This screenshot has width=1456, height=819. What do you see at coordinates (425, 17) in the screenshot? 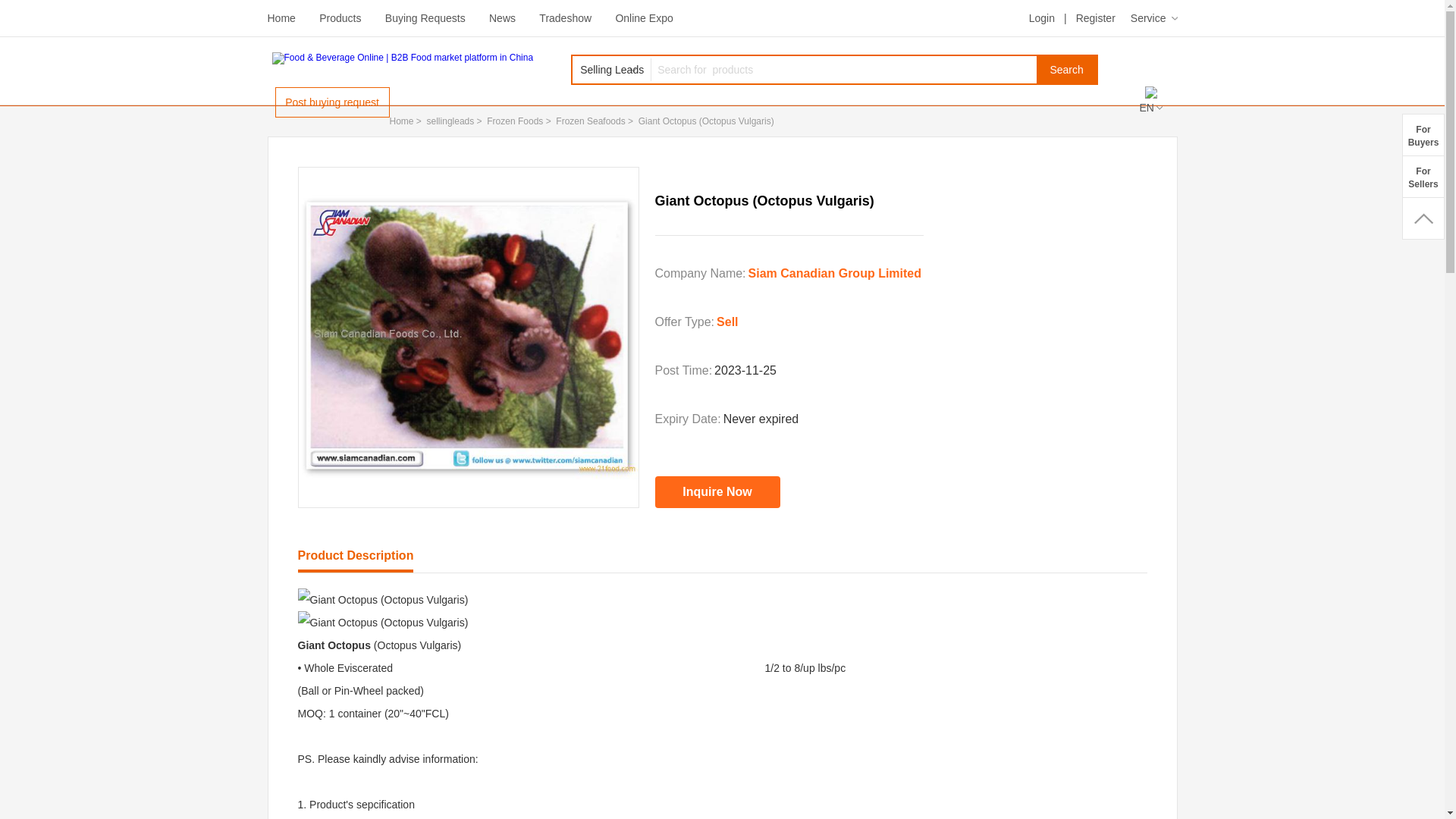
I see `'Buying Requests'` at bounding box center [425, 17].